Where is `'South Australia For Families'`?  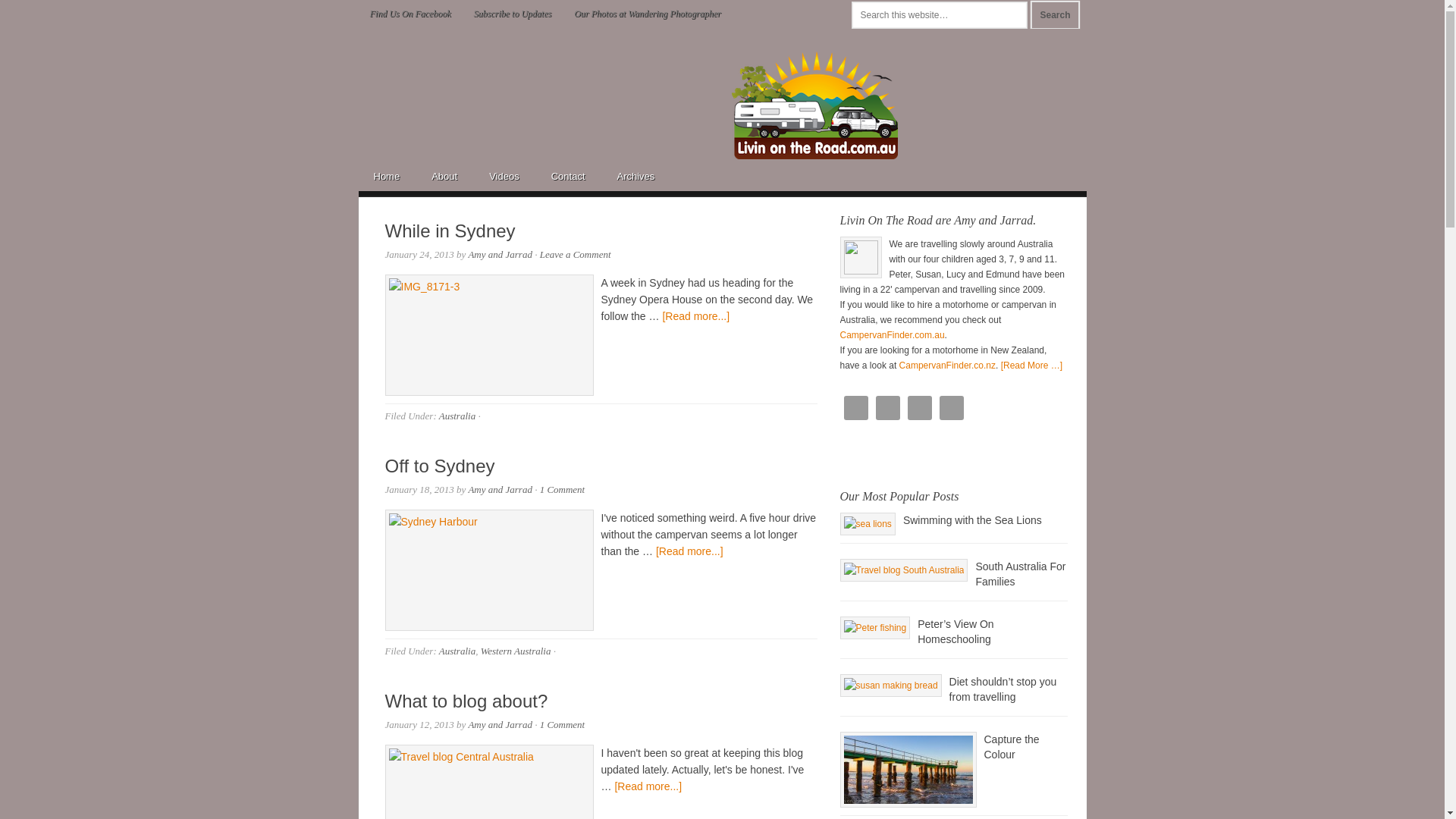 'South Australia For Families' is located at coordinates (1020, 573).